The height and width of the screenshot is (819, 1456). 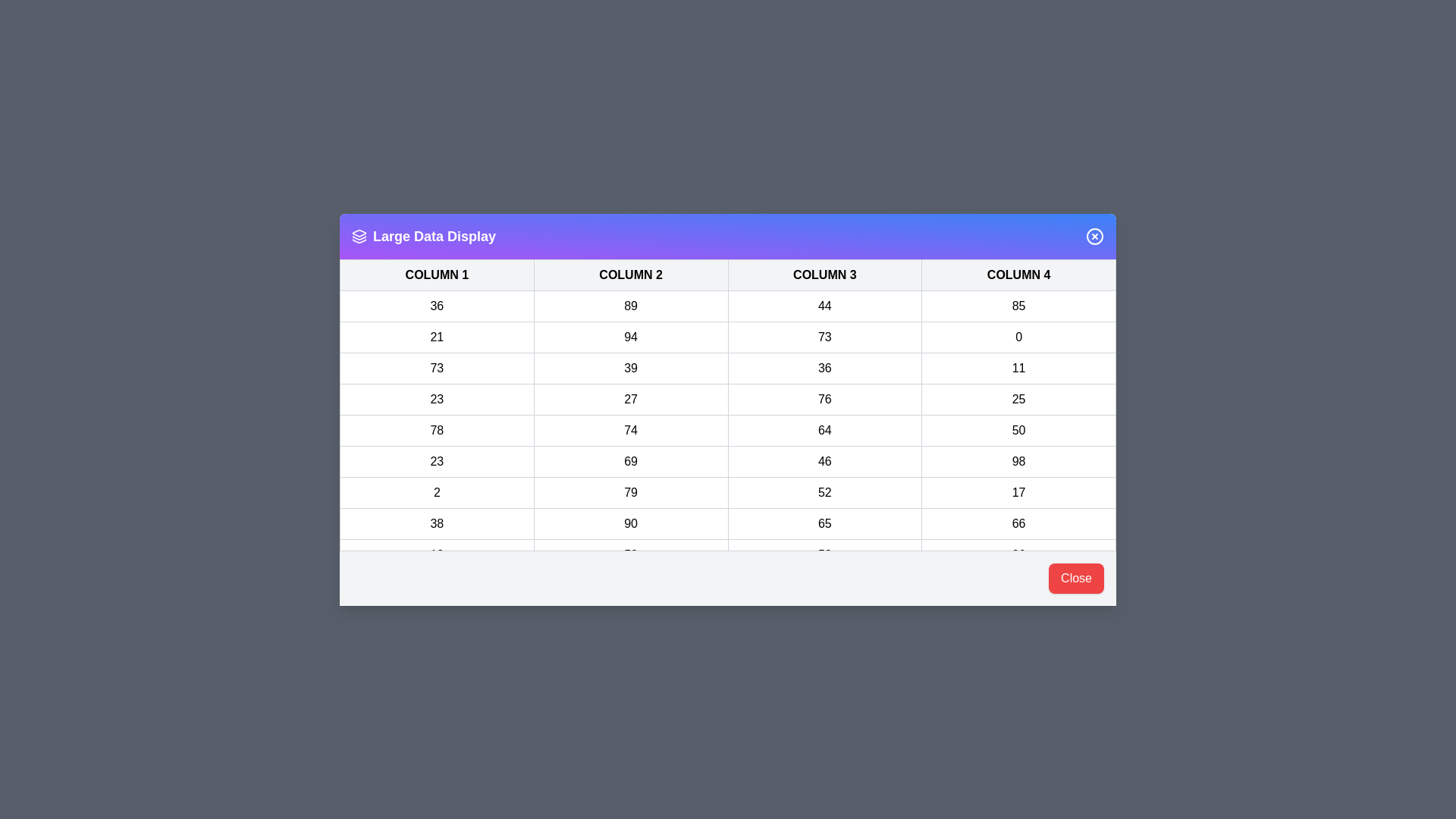 What do you see at coordinates (1095, 236) in the screenshot?
I see `the close button in the header to close the dialog` at bounding box center [1095, 236].